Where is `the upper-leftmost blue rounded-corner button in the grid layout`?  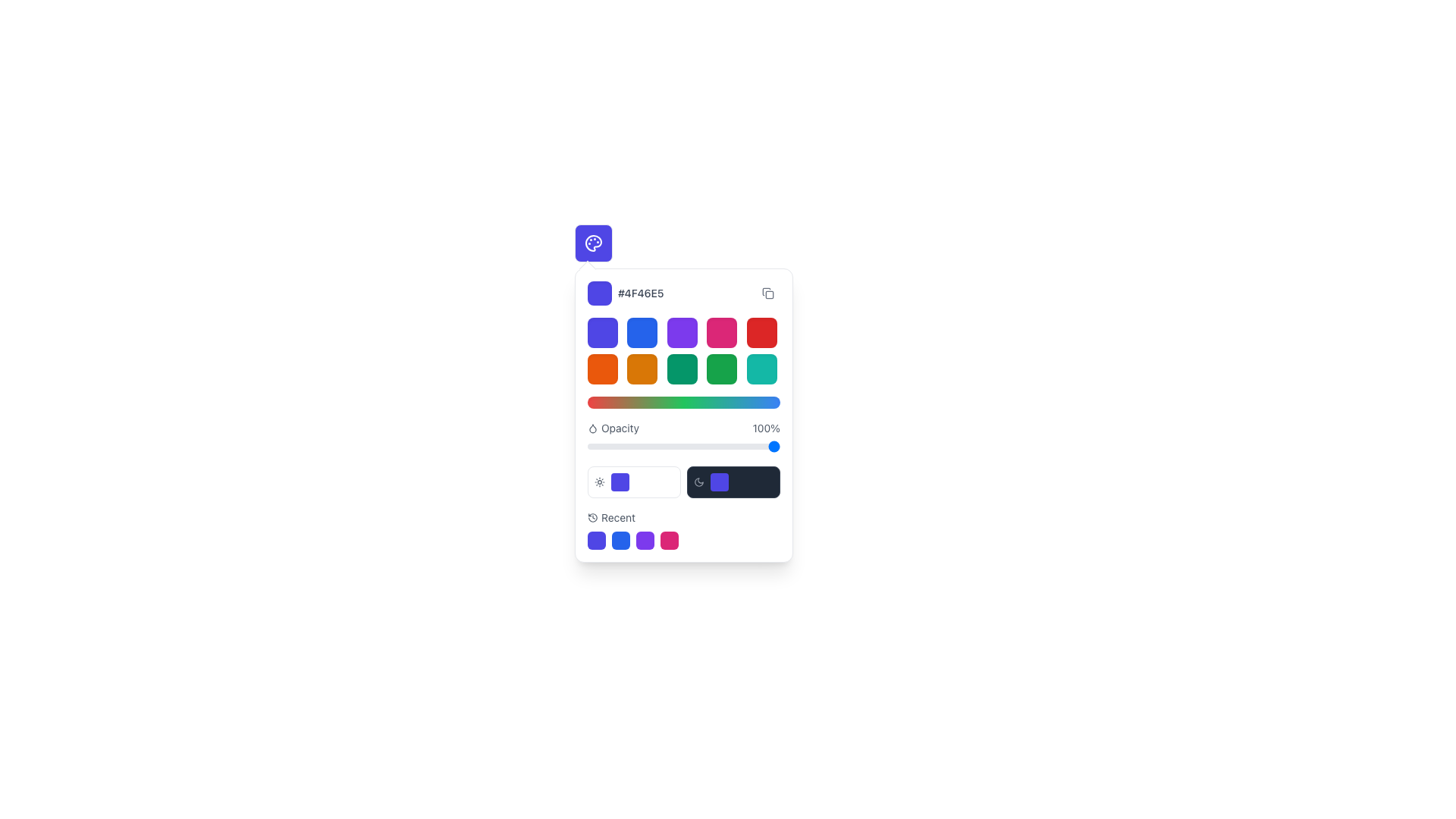
the upper-leftmost blue rounded-corner button in the grid layout is located at coordinates (602, 332).